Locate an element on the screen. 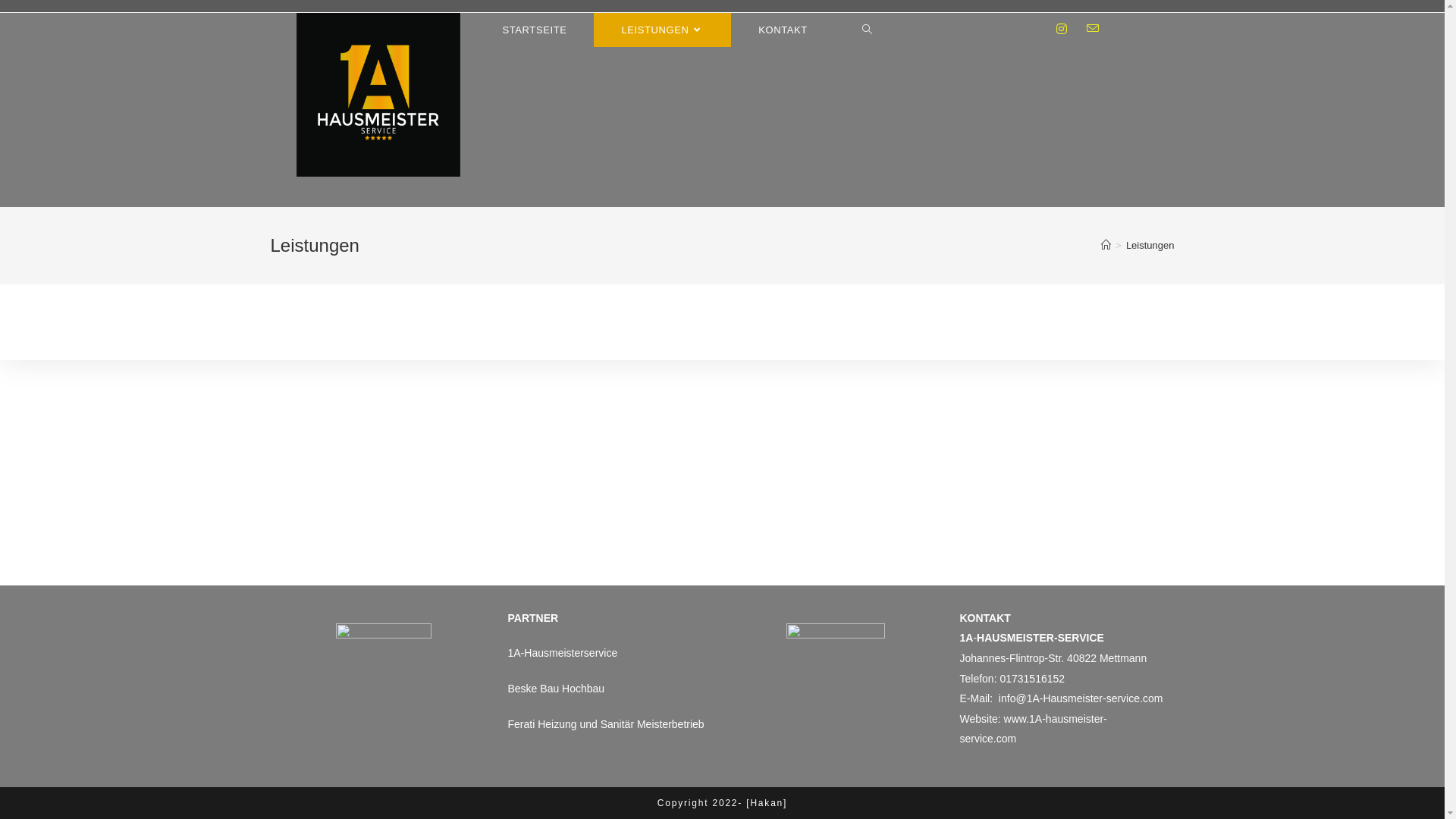 This screenshot has width=1456, height=819. 'info@1A-Hausmeister-service.com' is located at coordinates (1080, 698).